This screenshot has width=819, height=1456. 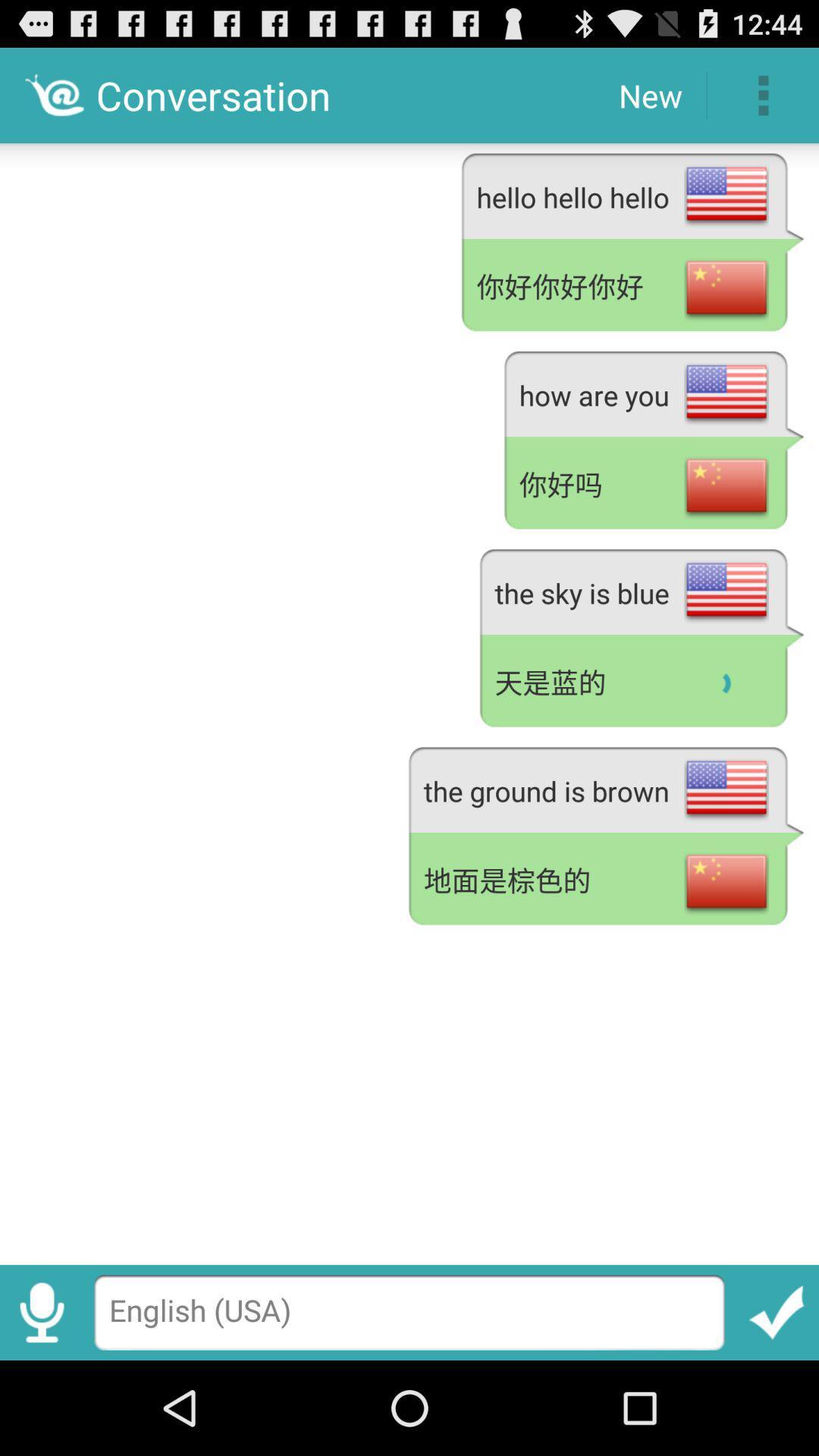 I want to click on how are you item, so click(x=653, y=391).